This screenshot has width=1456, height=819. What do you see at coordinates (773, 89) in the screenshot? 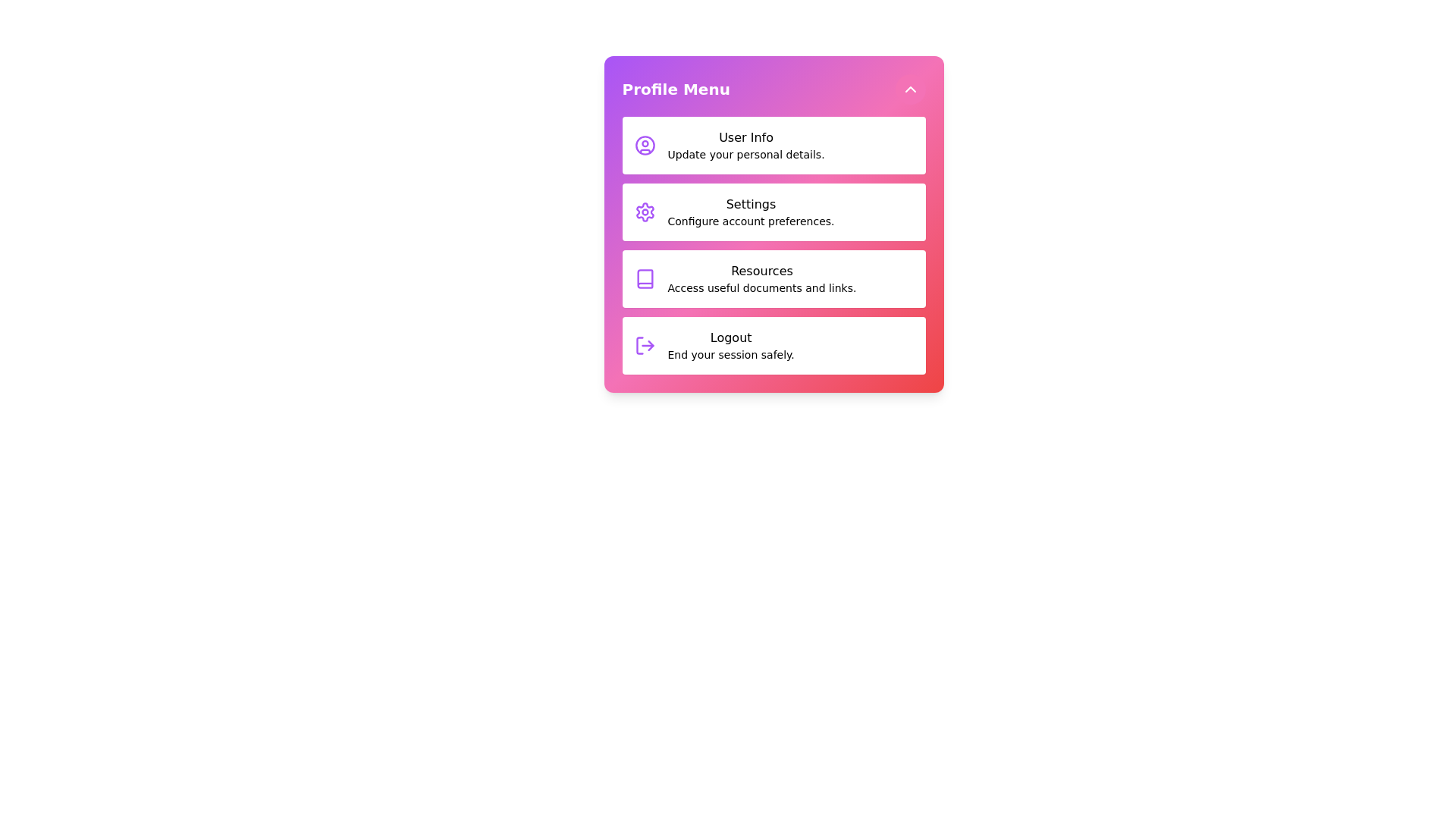
I see `the menu header to toggle the menu's expanded state` at bounding box center [773, 89].